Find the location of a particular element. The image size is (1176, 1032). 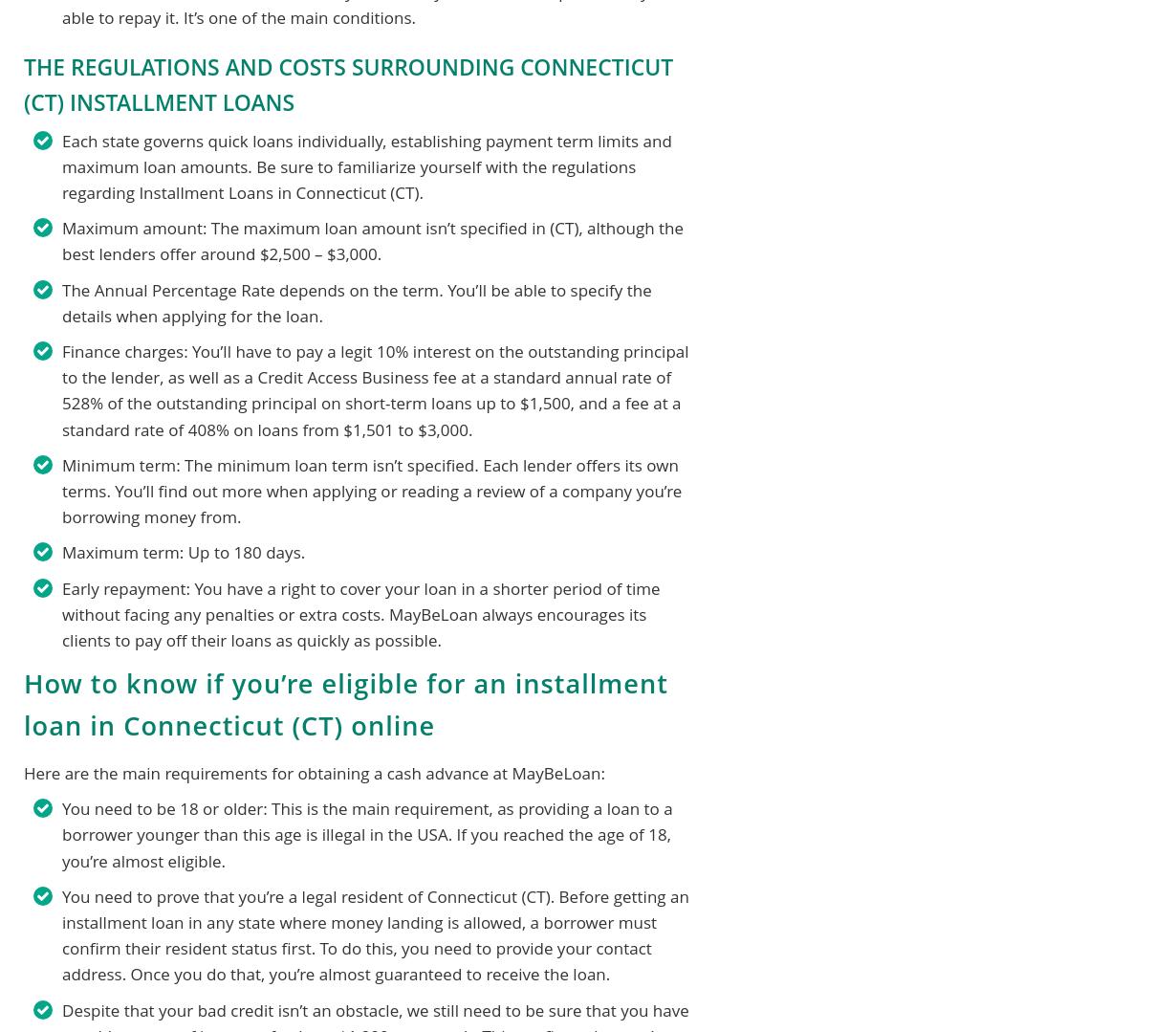

'Maximum term: Up to 180 days.' is located at coordinates (184, 551).